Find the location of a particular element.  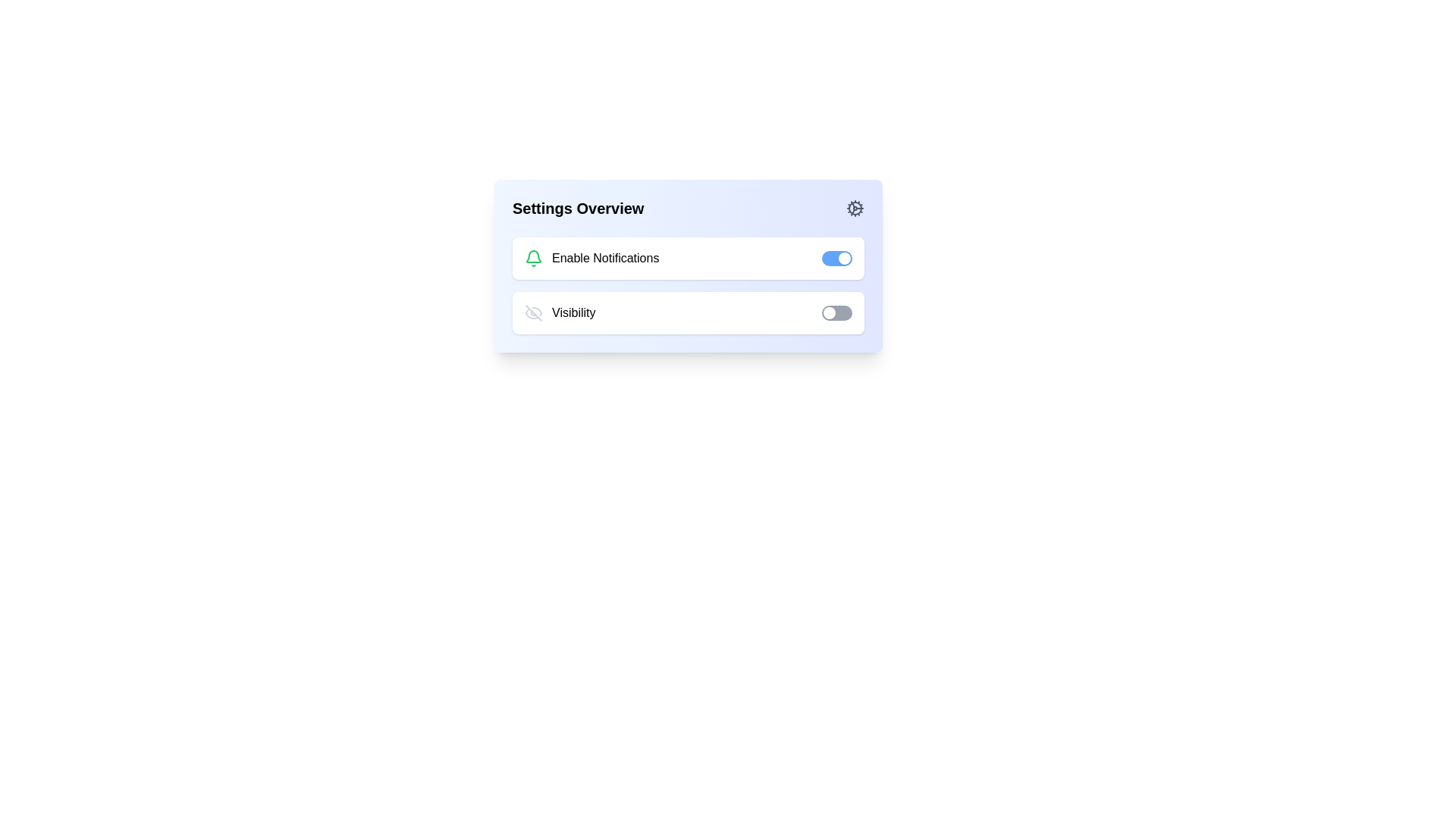

the toggle handle, which is a small circular component with a white background located on the right end of the blue toggle switch for 'Enable Notifications' in the 'Settings Overview' section is located at coordinates (843, 257).